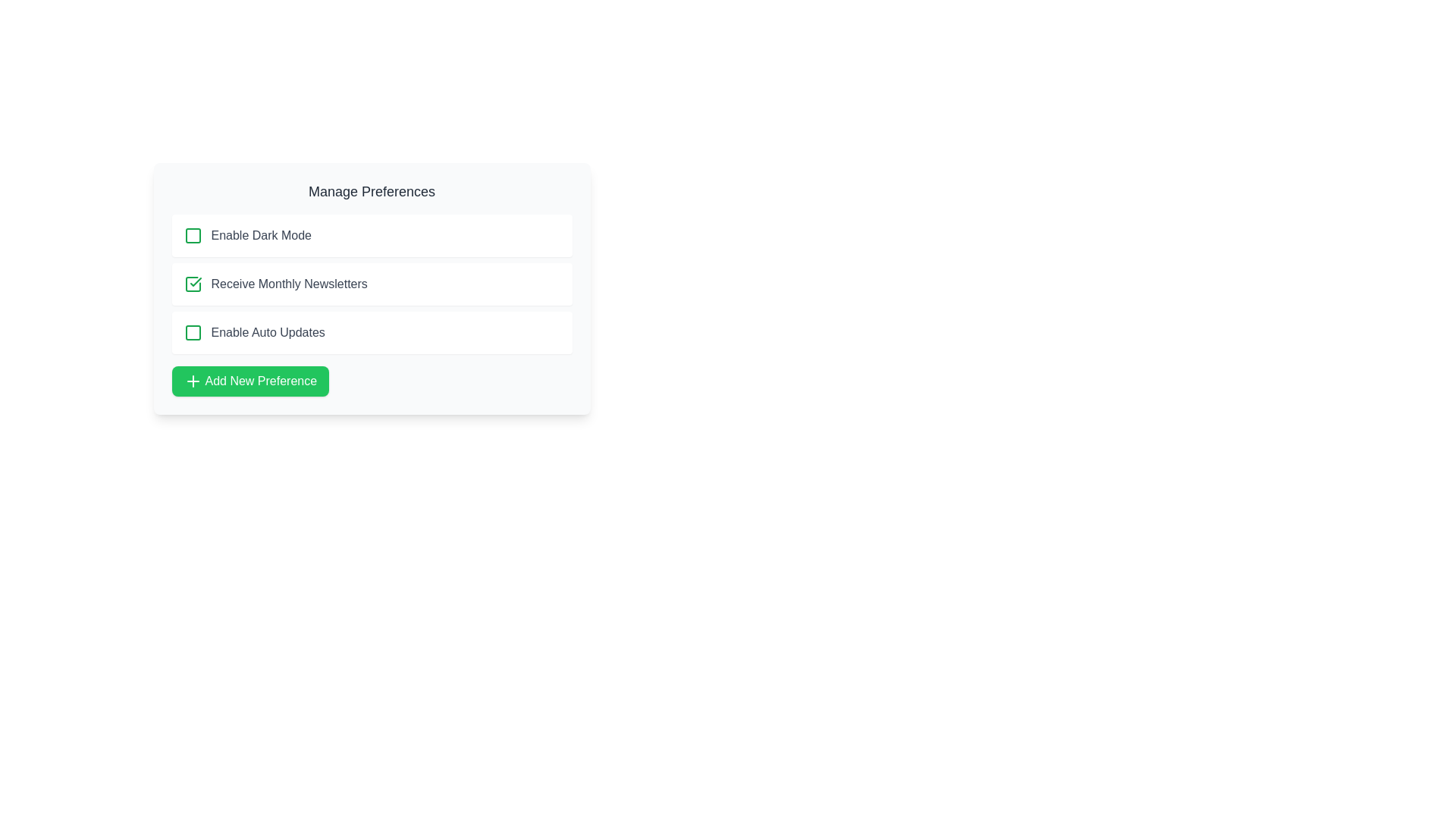 The image size is (1456, 819). What do you see at coordinates (261, 380) in the screenshot?
I see `the 'Add New Preference' button which has a white text on a green background` at bounding box center [261, 380].